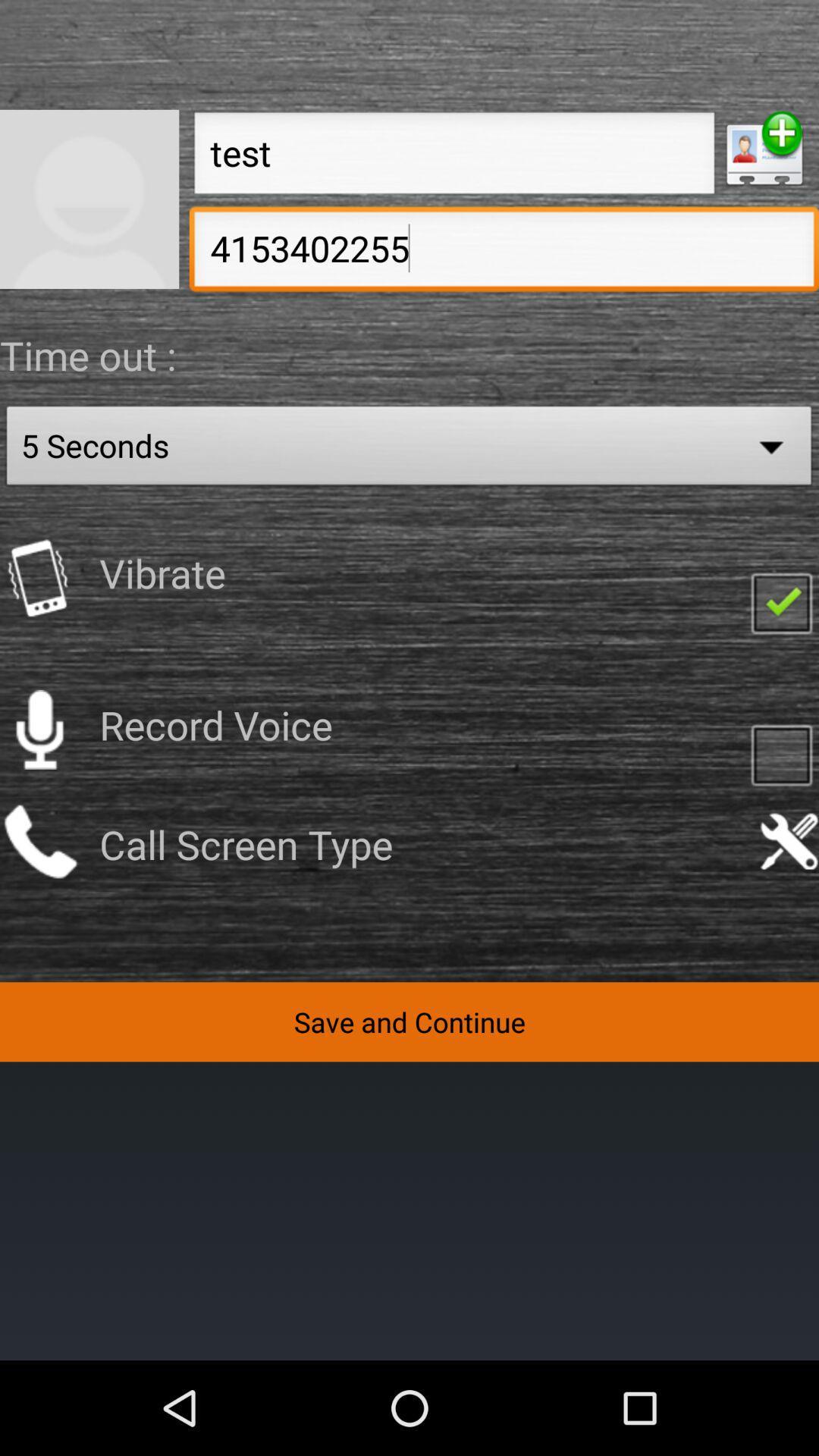  Describe the element at coordinates (781, 754) in the screenshot. I see `check here if you would like to record your voice` at that location.